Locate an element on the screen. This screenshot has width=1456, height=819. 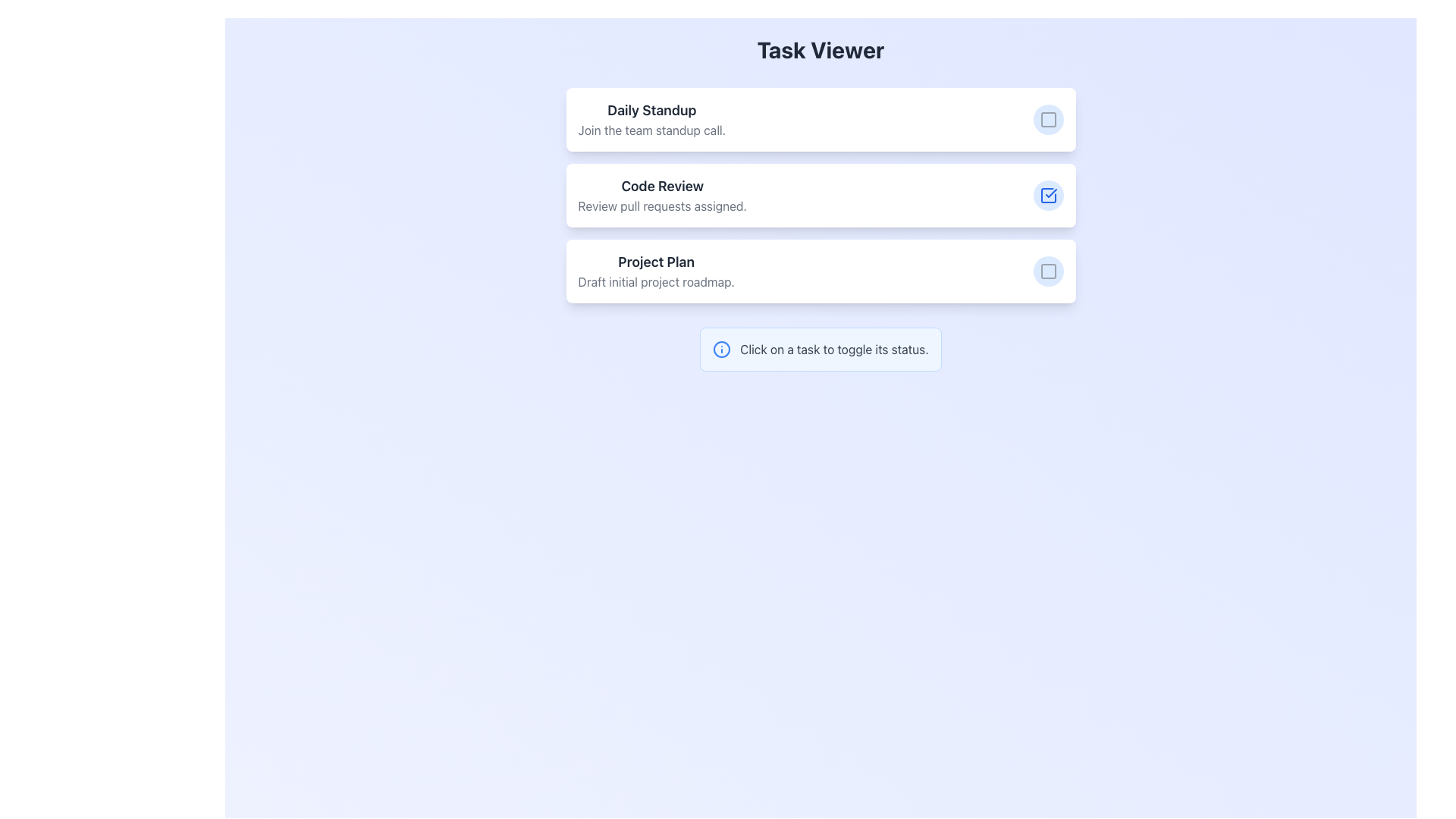
the Static Text element that serves as the title for the task card labeled 'Project Plan', which is located at the coordinates provided is located at coordinates (656, 262).